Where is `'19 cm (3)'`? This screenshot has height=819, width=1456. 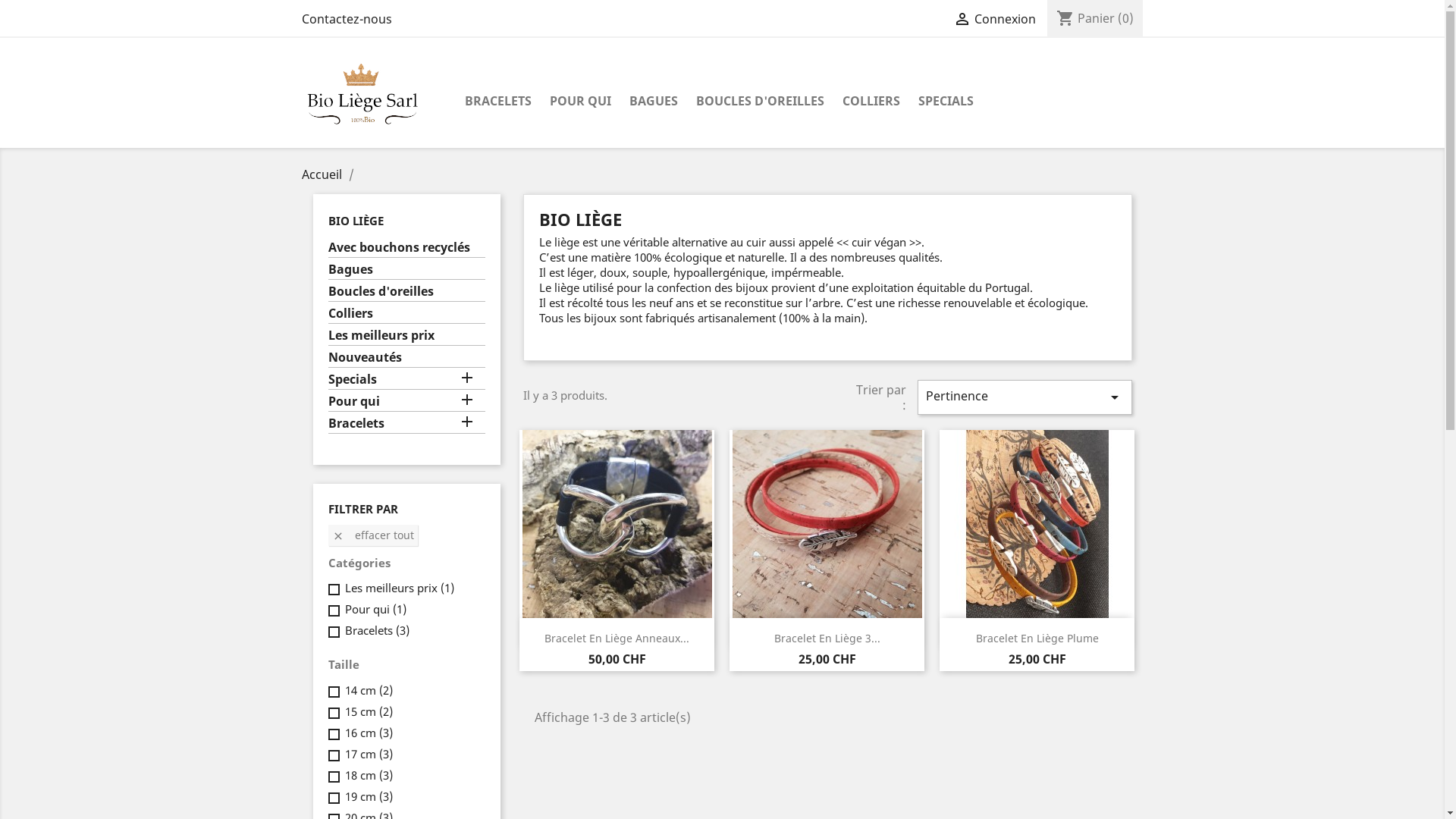 '19 cm (3)' is located at coordinates (344, 795).